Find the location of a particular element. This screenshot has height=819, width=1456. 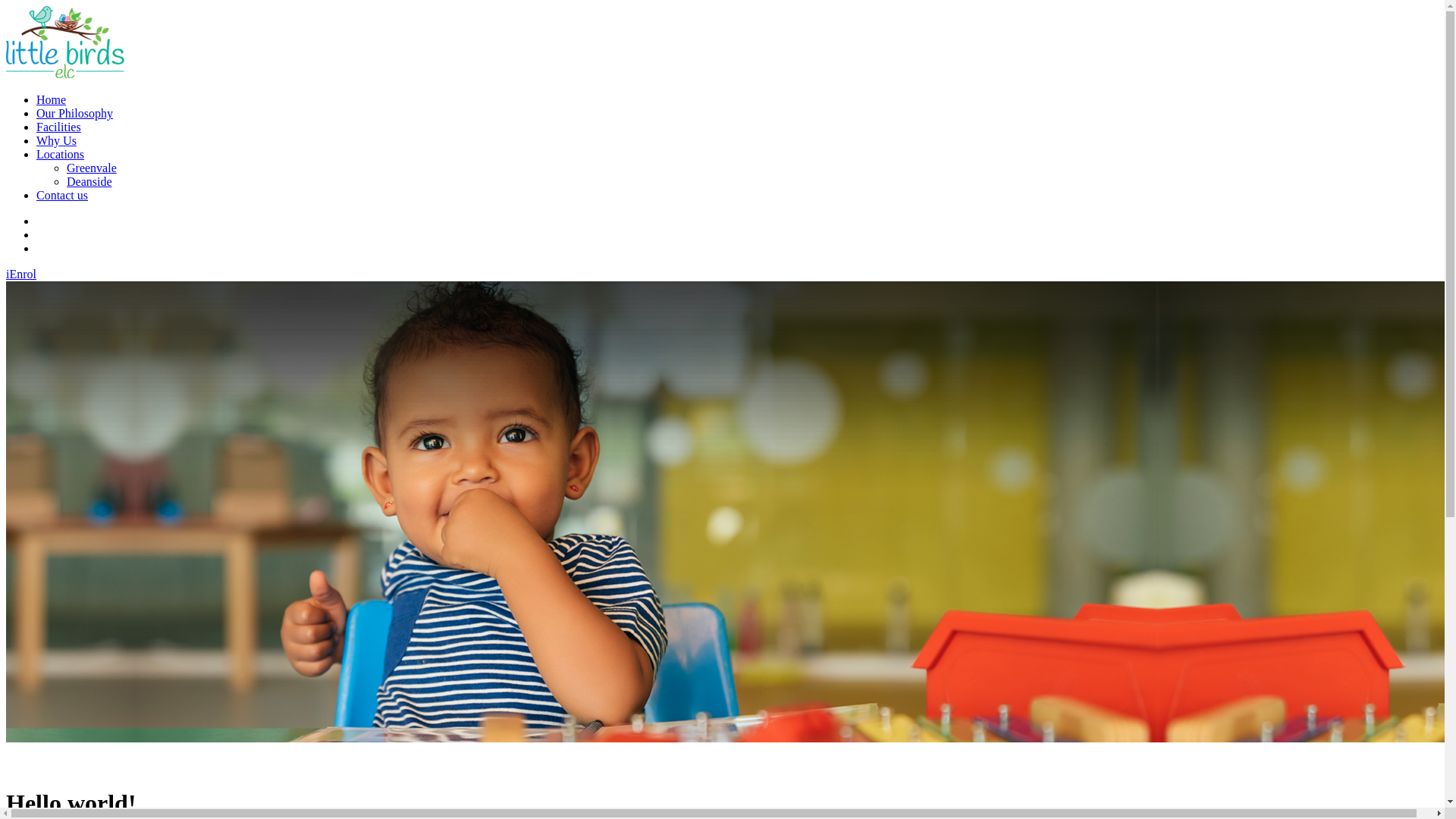

'Facilities' is located at coordinates (58, 126).